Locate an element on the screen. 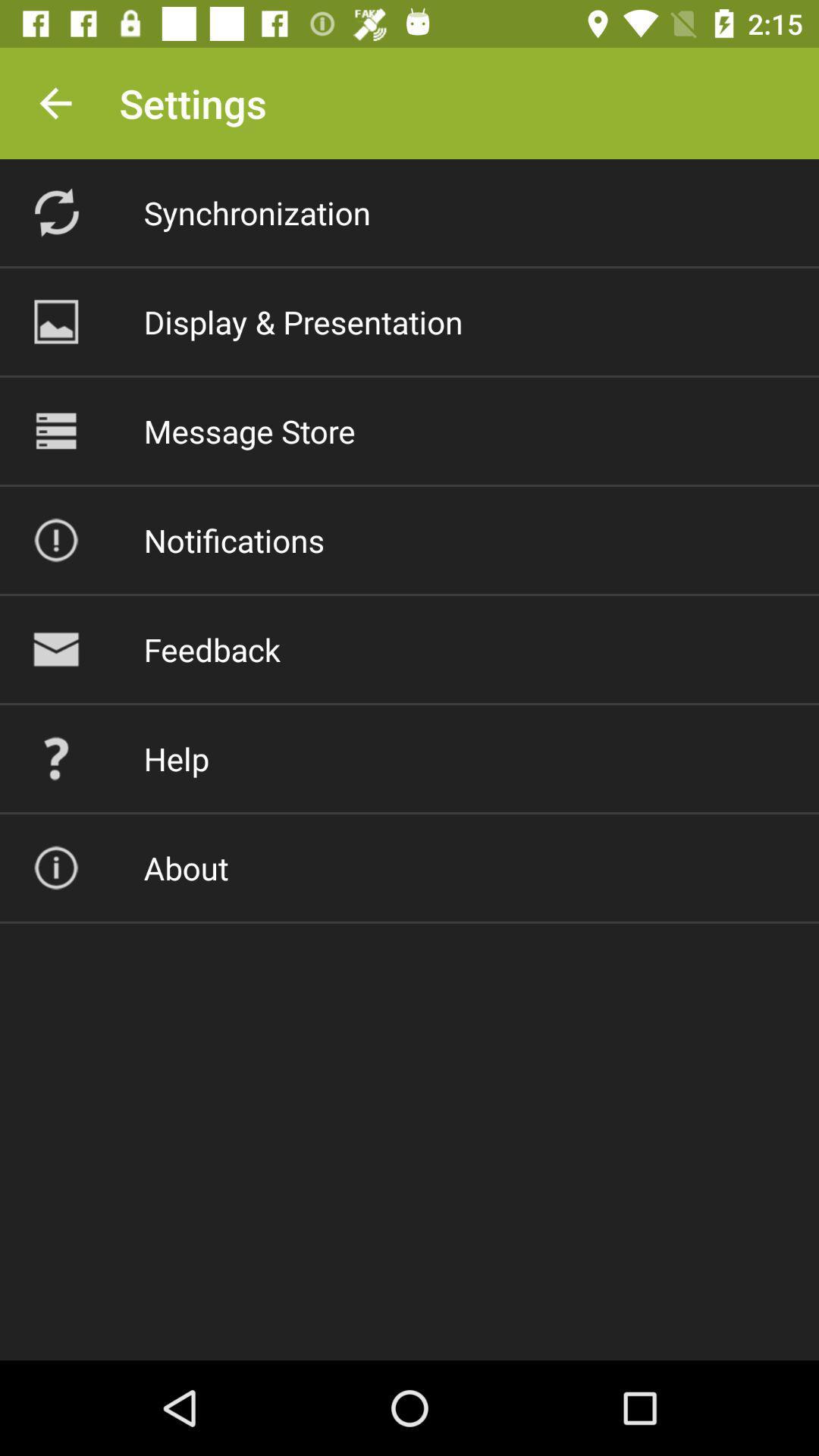 The height and width of the screenshot is (1456, 819). app below the settings item is located at coordinates (256, 212).